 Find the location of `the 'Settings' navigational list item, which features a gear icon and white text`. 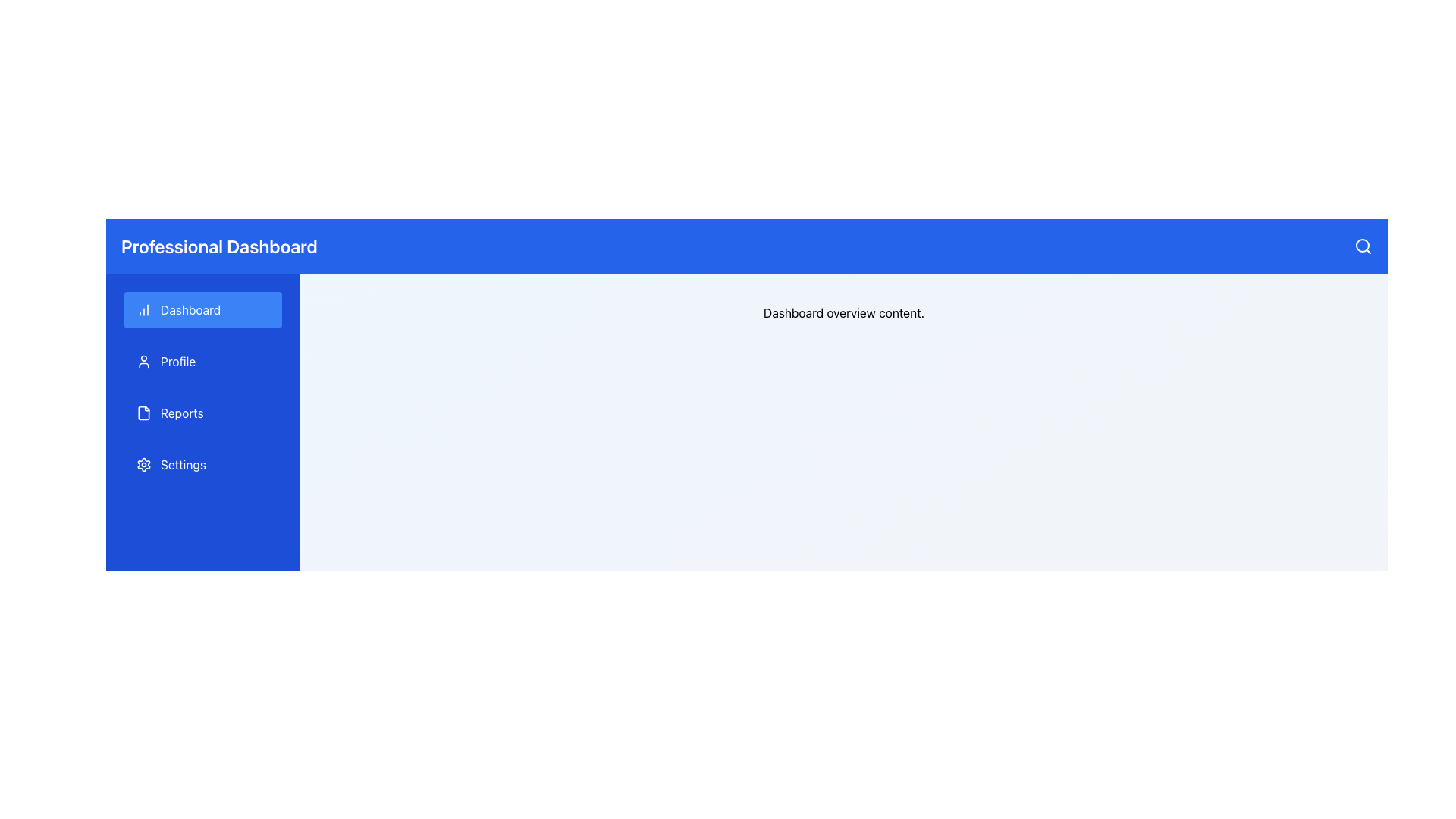

the 'Settings' navigational list item, which features a gear icon and white text is located at coordinates (202, 464).